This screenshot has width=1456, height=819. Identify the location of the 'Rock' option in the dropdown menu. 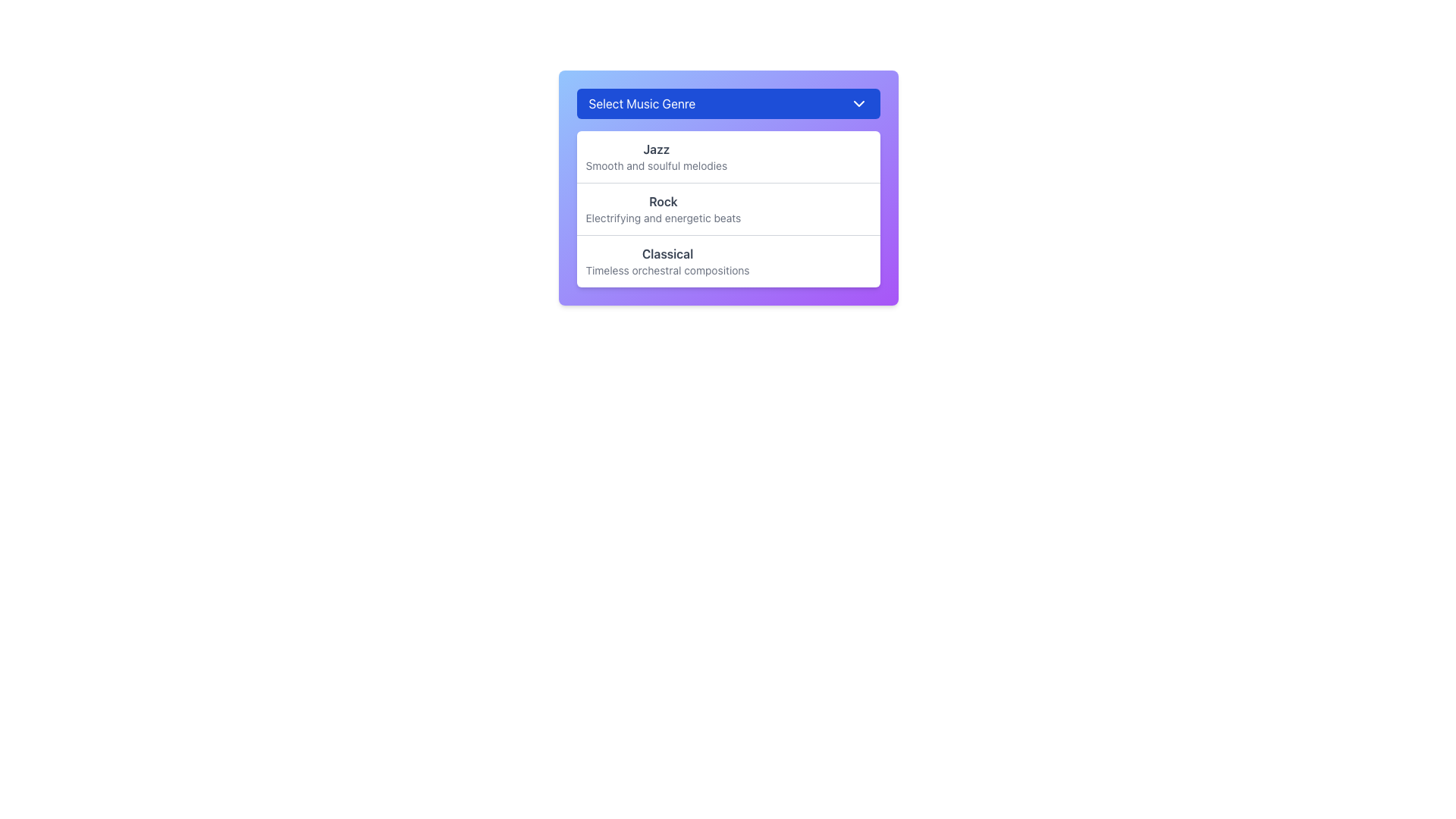
(663, 209).